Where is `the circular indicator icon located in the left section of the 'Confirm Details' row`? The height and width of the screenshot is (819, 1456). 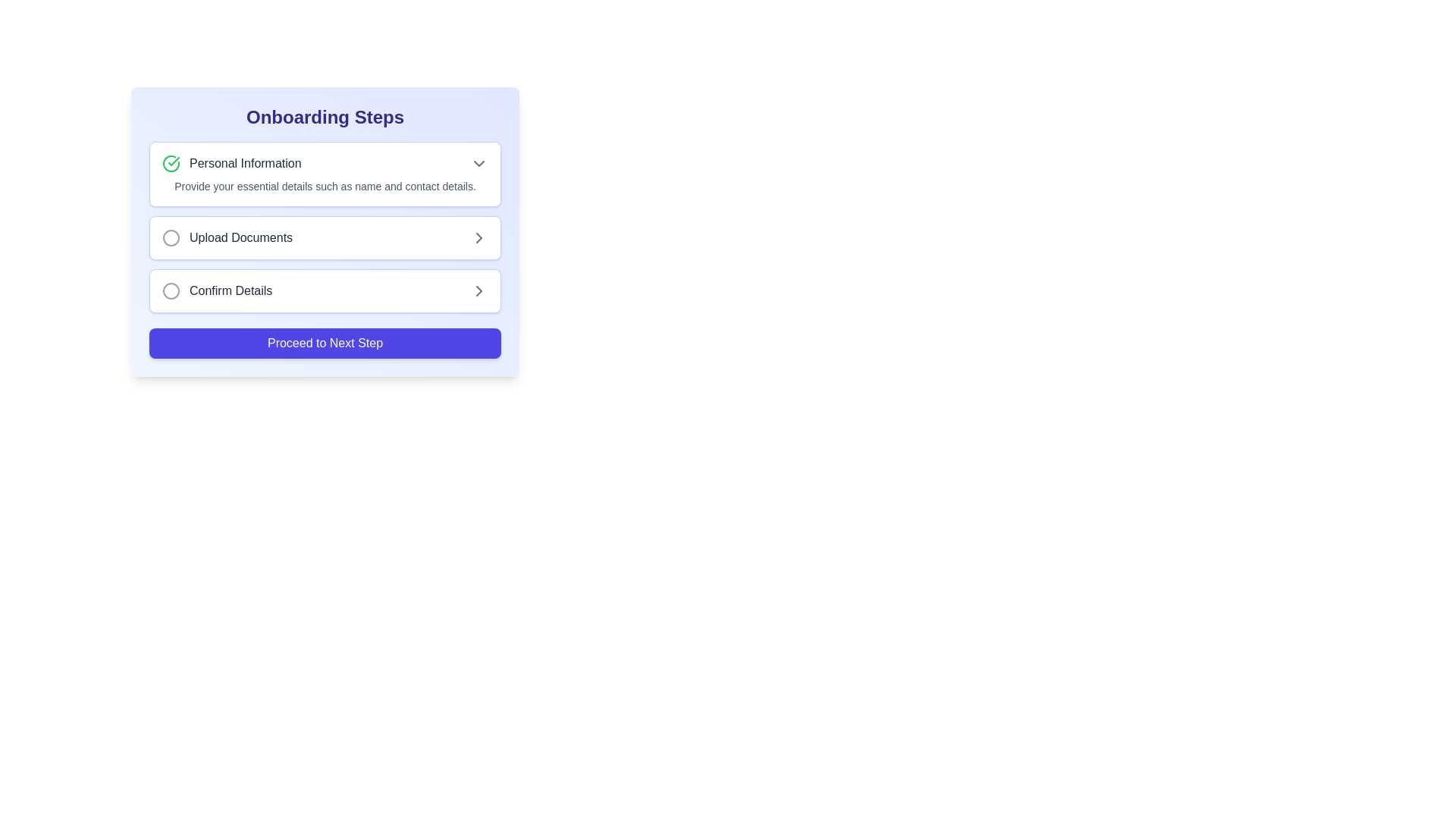
the circular indicator icon located in the left section of the 'Confirm Details' row is located at coordinates (171, 291).